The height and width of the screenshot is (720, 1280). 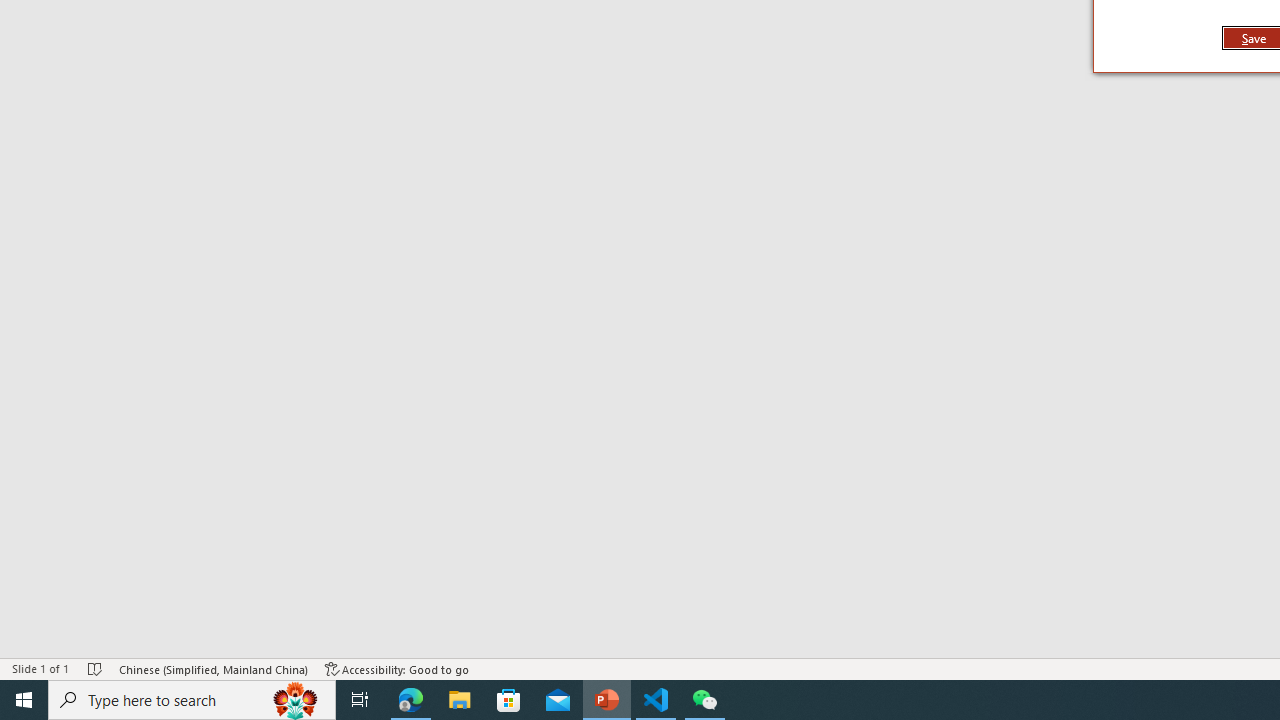 What do you see at coordinates (705, 698) in the screenshot?
I see `'WeChat - 1 running window'` at bounding box center [705, 698].